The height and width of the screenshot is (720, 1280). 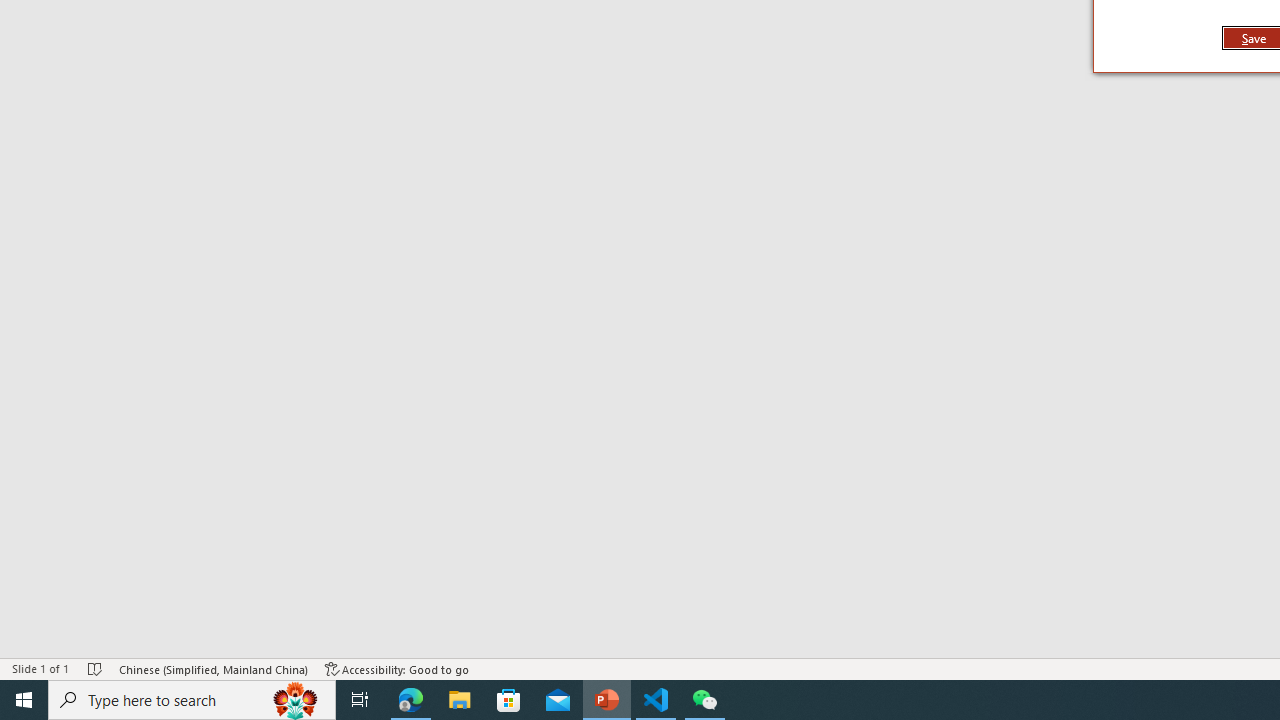 What do you see at coordinates (705, 698) in the screenshot?
I see `'WeChat - 1 running window'` at bounding box center [705, 698].